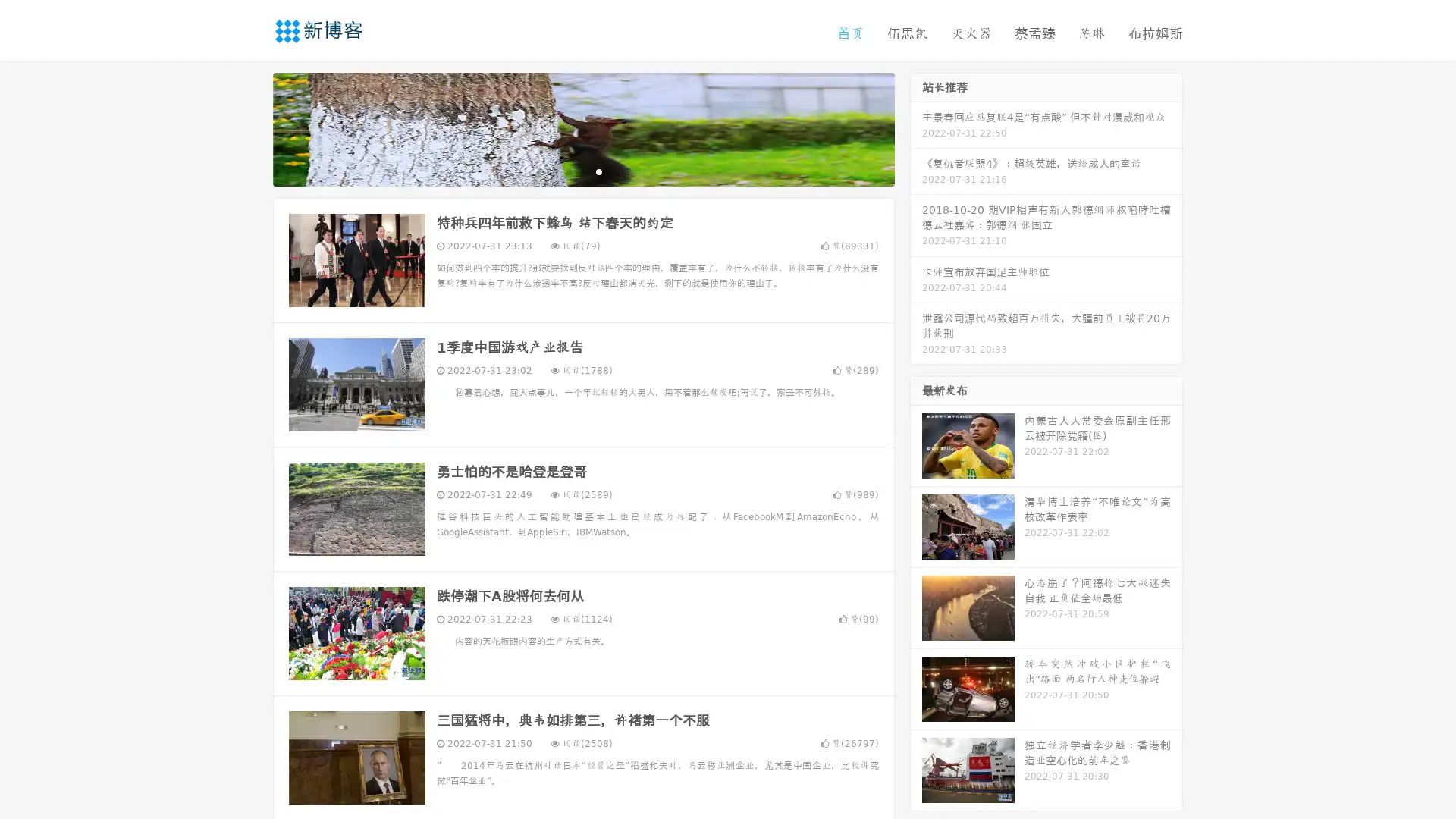 This screenshot has height=819, width=1456. Describe the element at coordinates (582, 171) in the screenshot. I see `Go to slide 2` at that location.